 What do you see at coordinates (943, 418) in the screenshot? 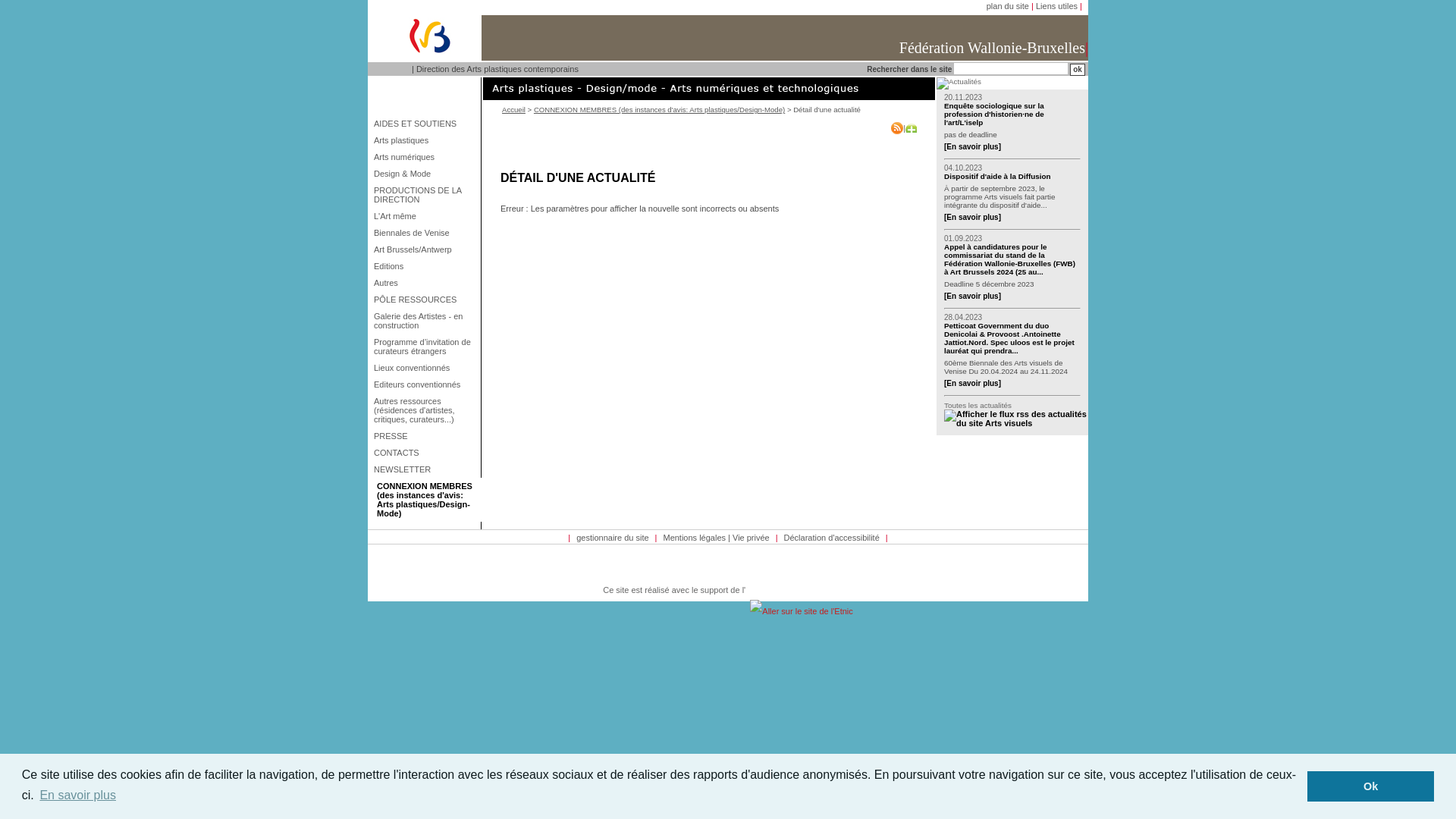
I see `'fils RSS'` at bounding box center [943, 418].